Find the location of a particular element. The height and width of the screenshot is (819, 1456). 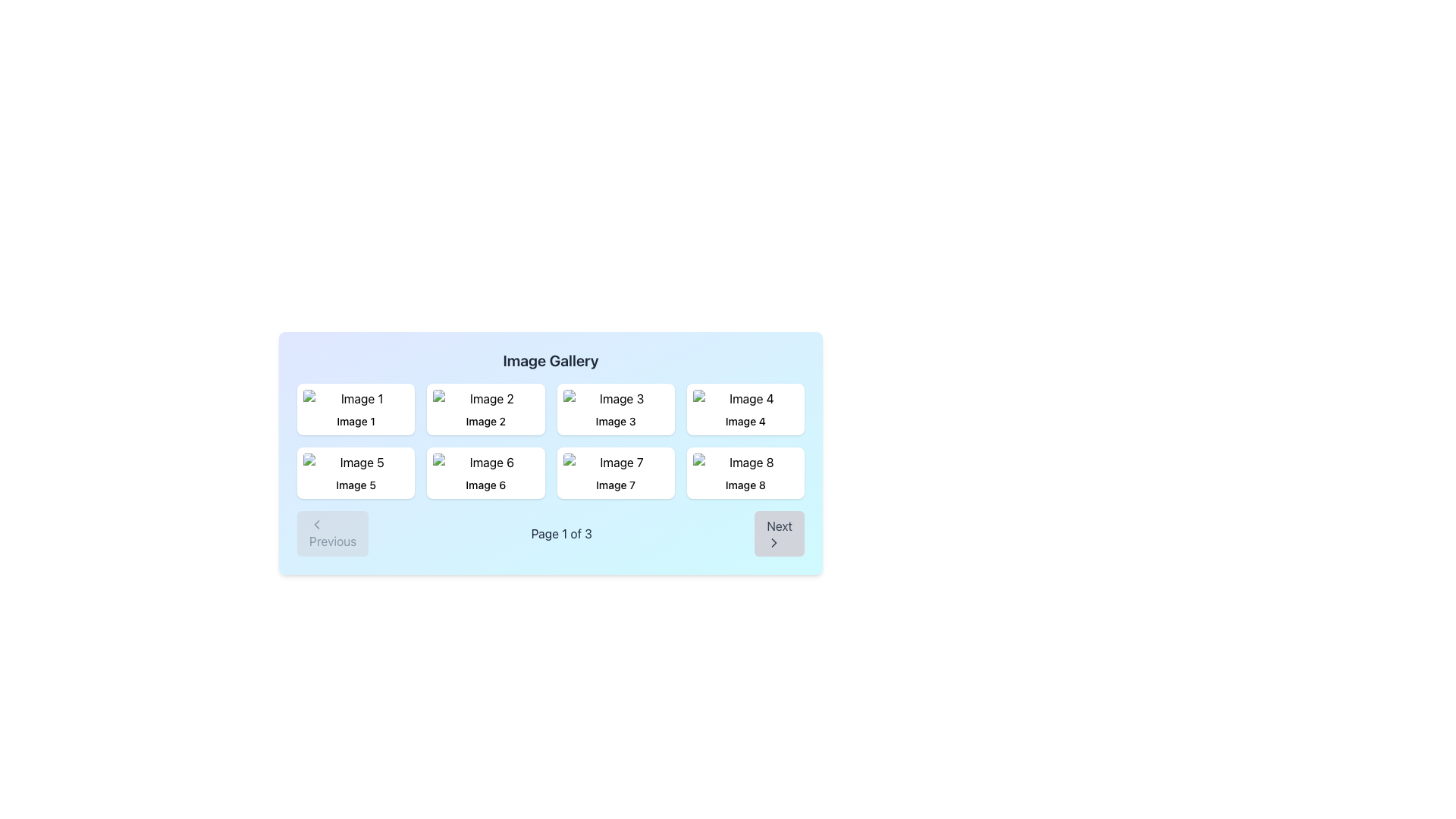

the Text label that describes the thumbnail image 'Image 1' located in the top-left corner of the gallery grid is located at coordinates (355, 421).